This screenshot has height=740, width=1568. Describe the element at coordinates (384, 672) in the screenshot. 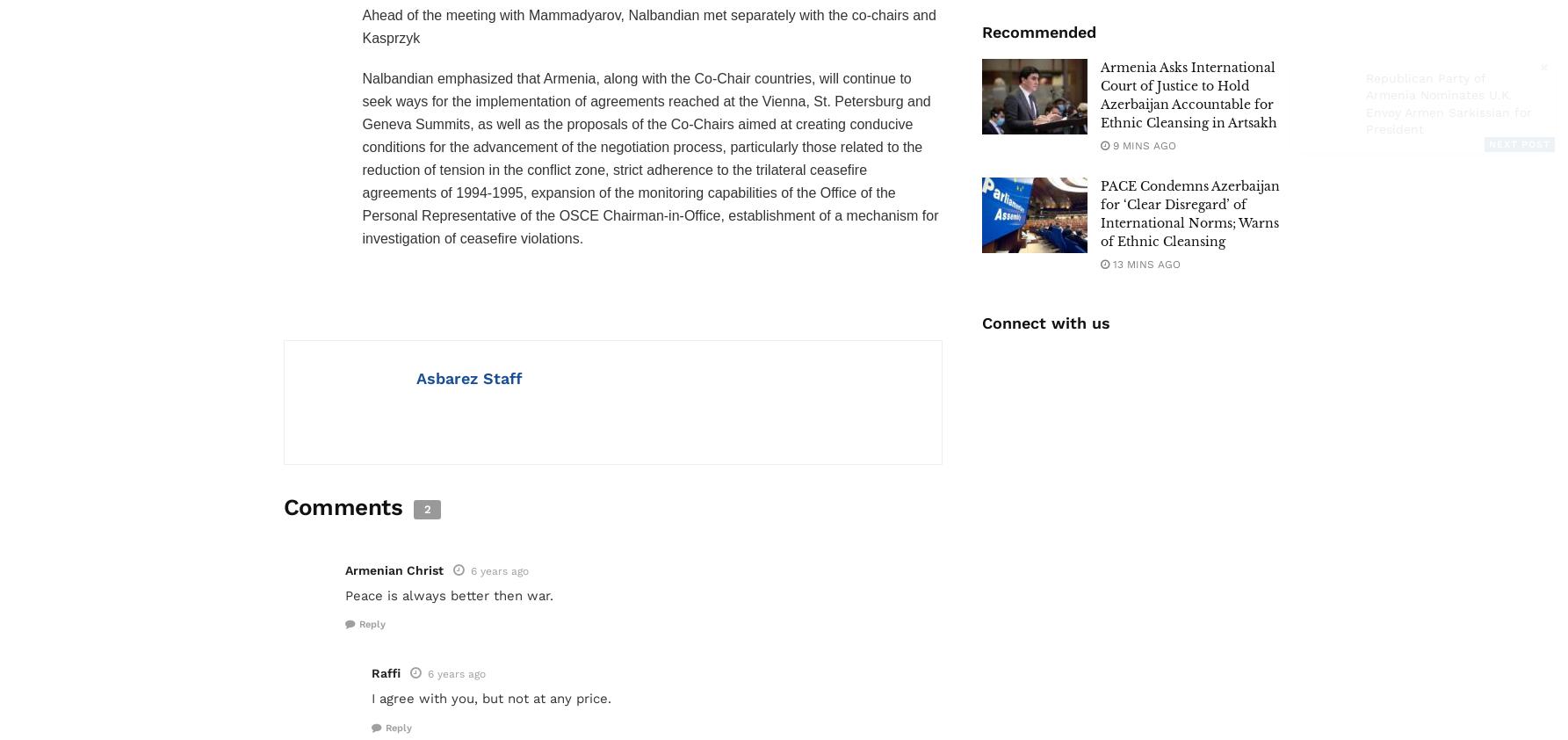

I see `'Raffi'` at that location.